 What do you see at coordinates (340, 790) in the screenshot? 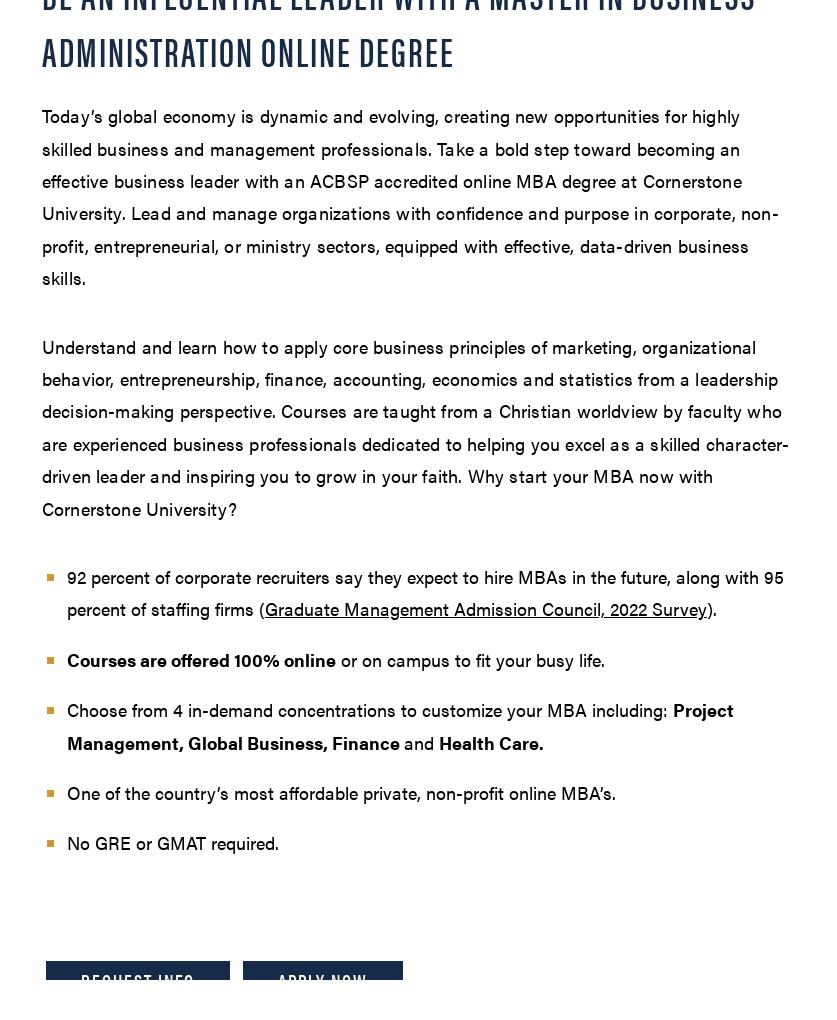
I see `'One of the country’s most affordable private, non-profit online MBA’s.'` at bounding box center [340, 790].